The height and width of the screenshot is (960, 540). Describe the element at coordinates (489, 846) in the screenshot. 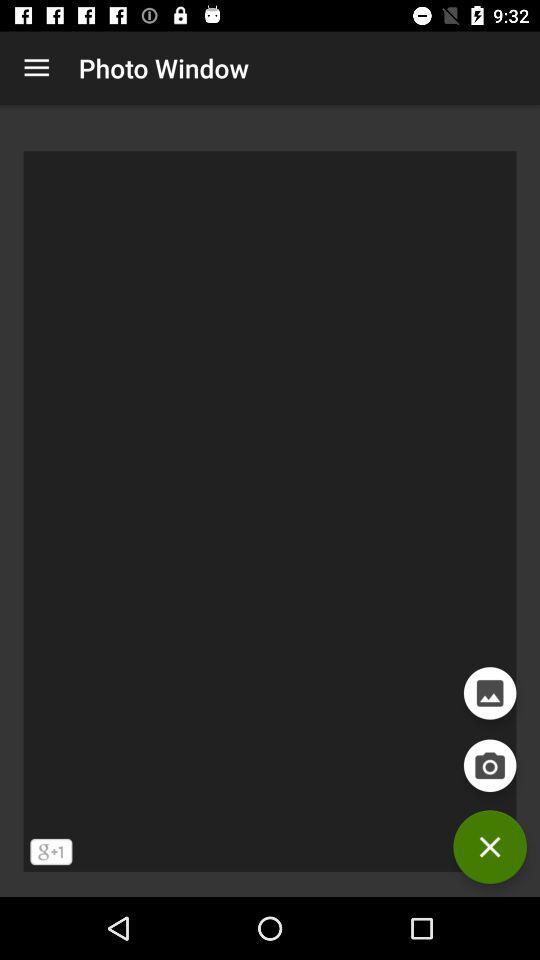

I see `the close icon` at that location.